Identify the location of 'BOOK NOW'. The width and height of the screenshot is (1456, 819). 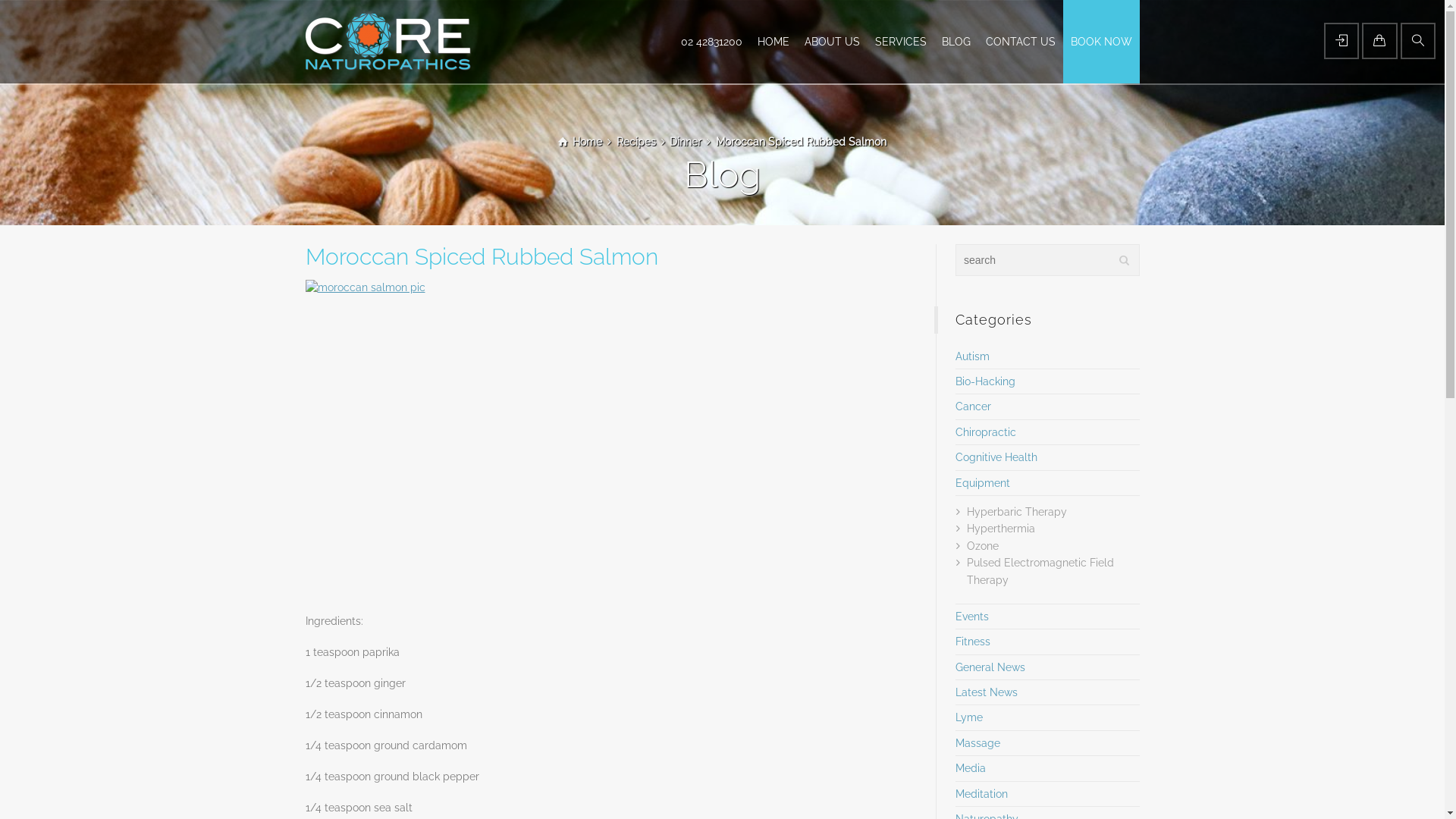
(1101, 40).